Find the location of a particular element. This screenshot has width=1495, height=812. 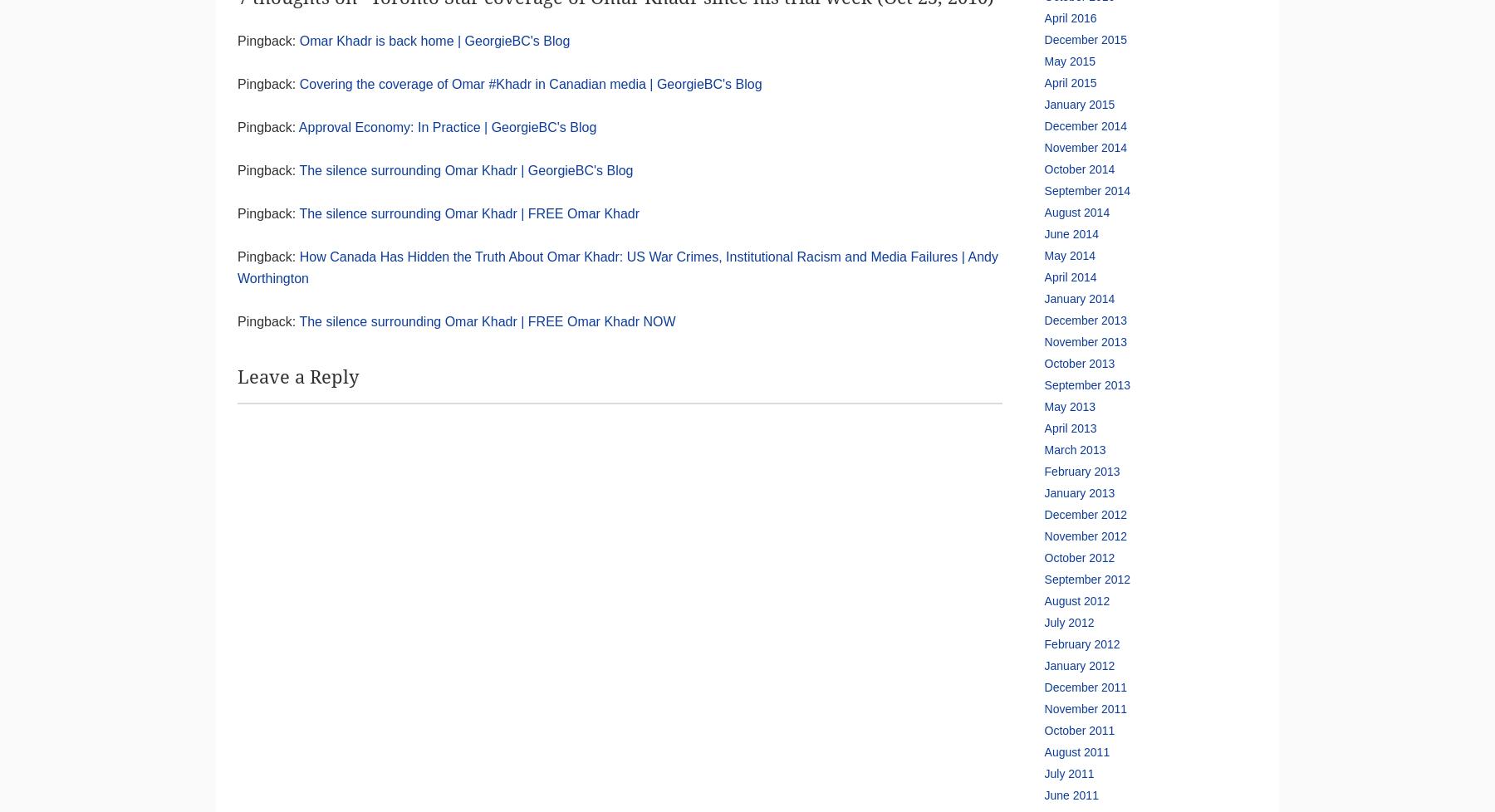

'How Canada Has Hidden the Truth About Omar Khadr: US War Crimes, Institutional Racism and Media Failures | Andy Worthington' is located at coordinates (237, 267).